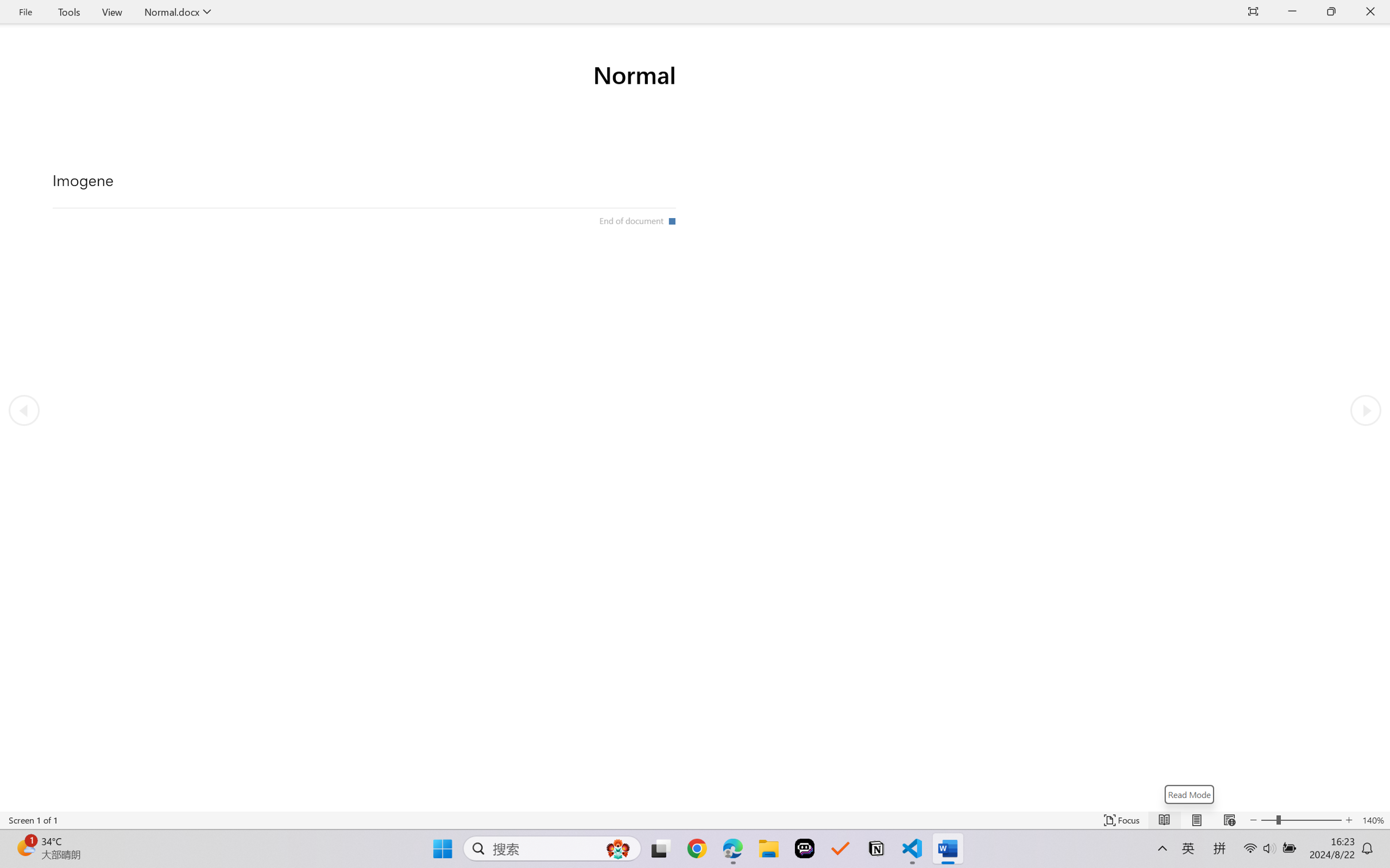  Describe the element at coordinates (1253, 820) in the screenshot. I see `'Decrease Text Size'` at that location.